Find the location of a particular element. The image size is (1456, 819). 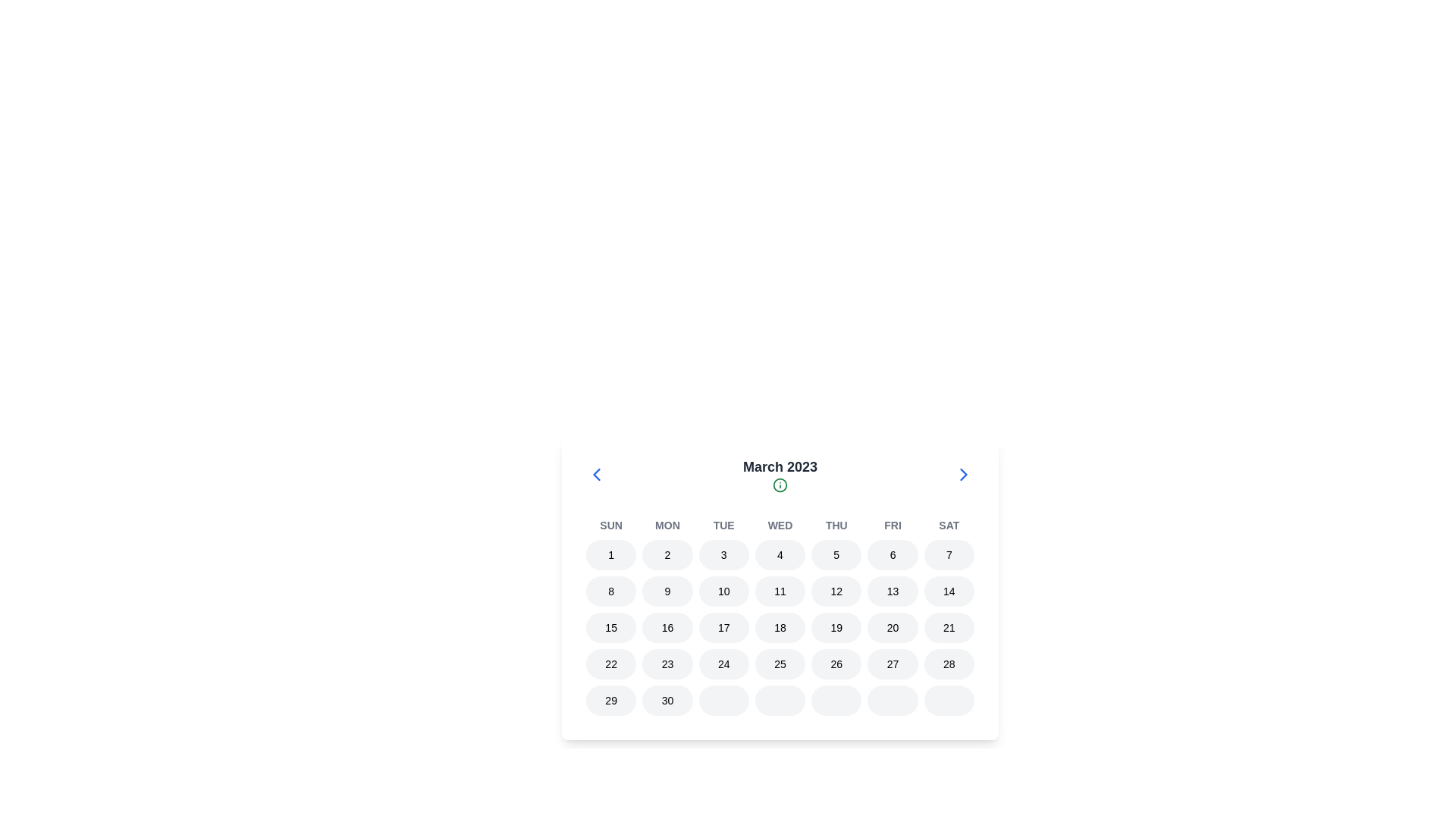

a date in the Calendar Grid for March 2023 is located at coordinates (780, 617).